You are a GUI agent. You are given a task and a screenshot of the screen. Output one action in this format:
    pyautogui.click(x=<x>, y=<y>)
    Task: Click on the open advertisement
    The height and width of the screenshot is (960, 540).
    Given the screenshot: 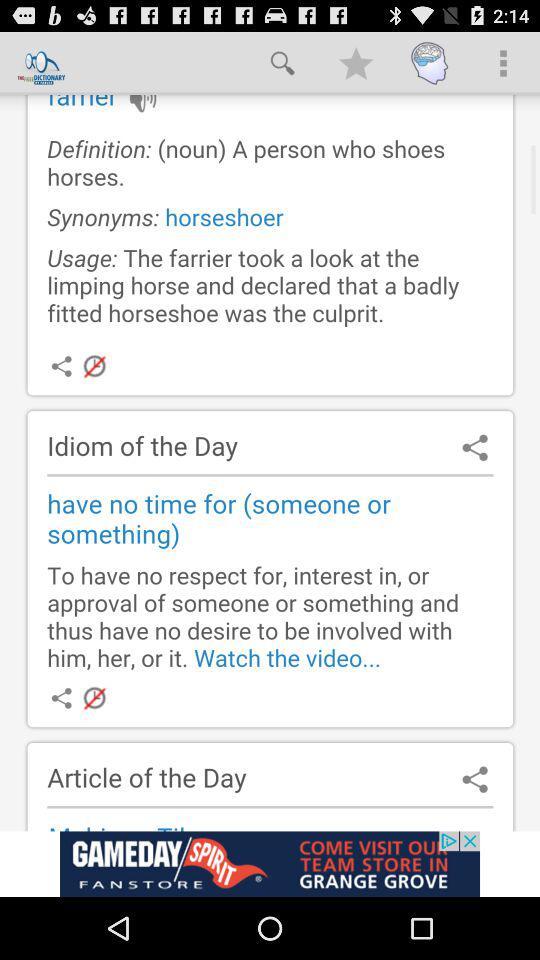 What is the action you would take?
    pyautogui.click(x=270, y=863)
    